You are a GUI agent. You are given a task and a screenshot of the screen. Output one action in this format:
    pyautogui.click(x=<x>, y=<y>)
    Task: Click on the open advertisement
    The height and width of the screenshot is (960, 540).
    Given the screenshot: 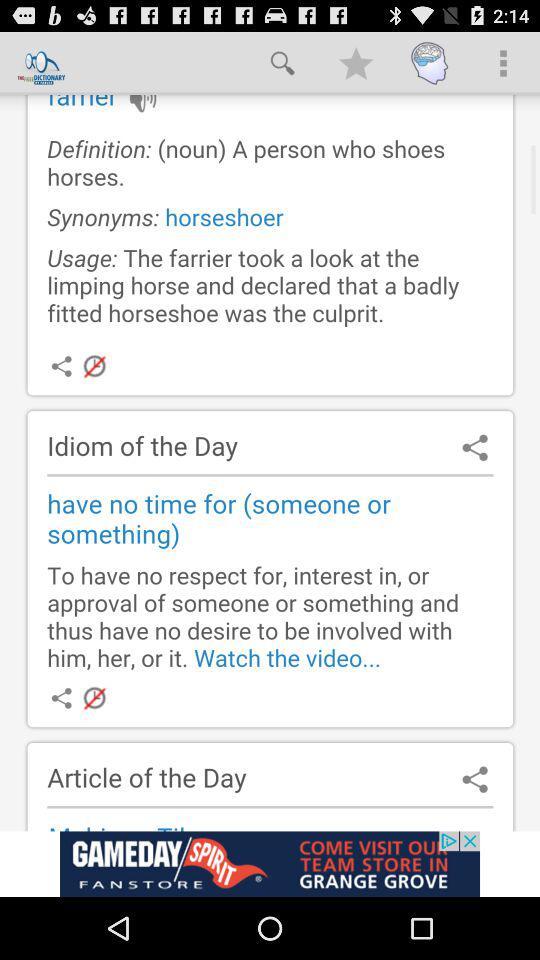 What is the action you would take?
    pyautogui.click(x=270, y=863)
    